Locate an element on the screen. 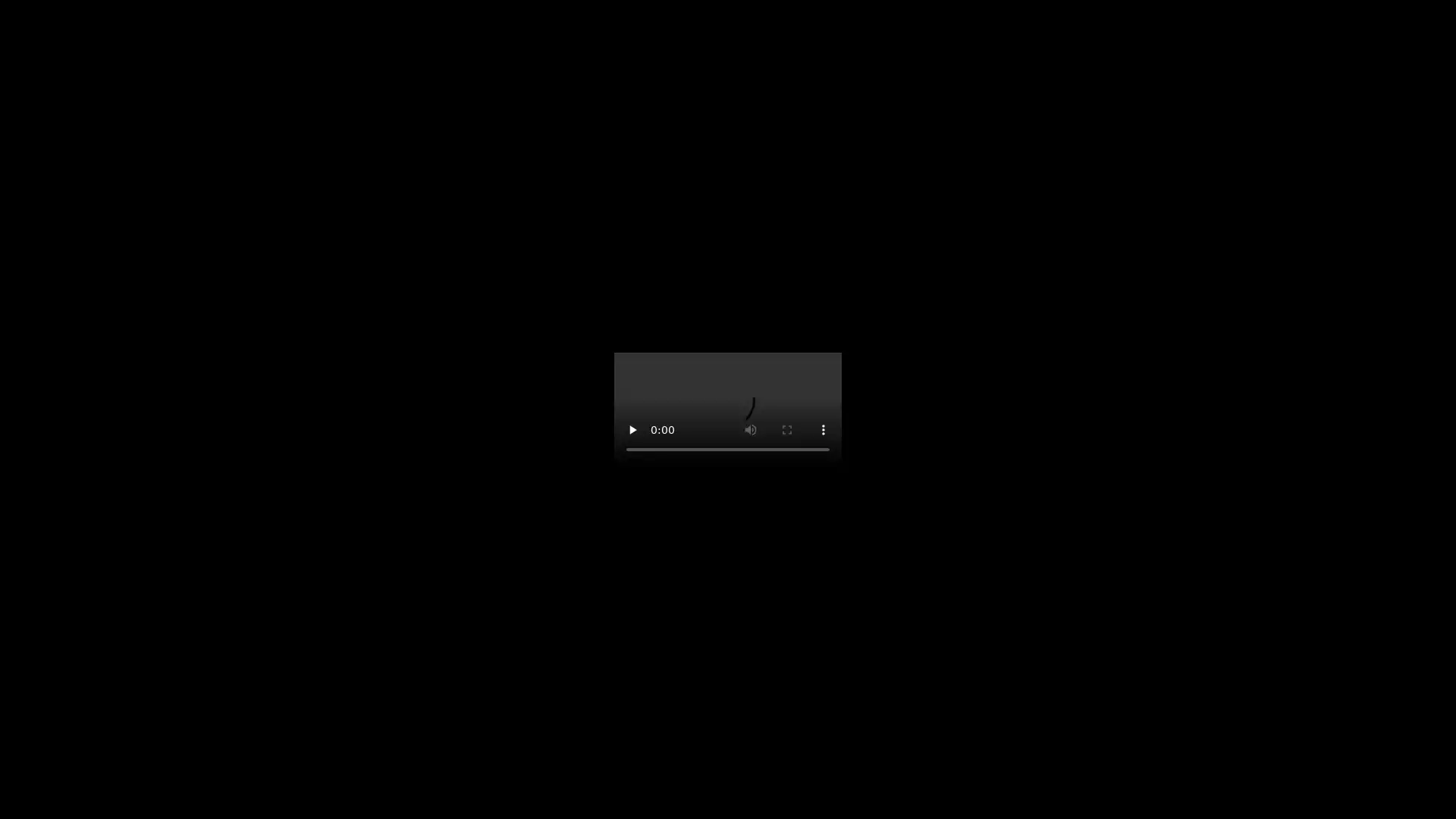  mute is located at coordinates (796, 444).